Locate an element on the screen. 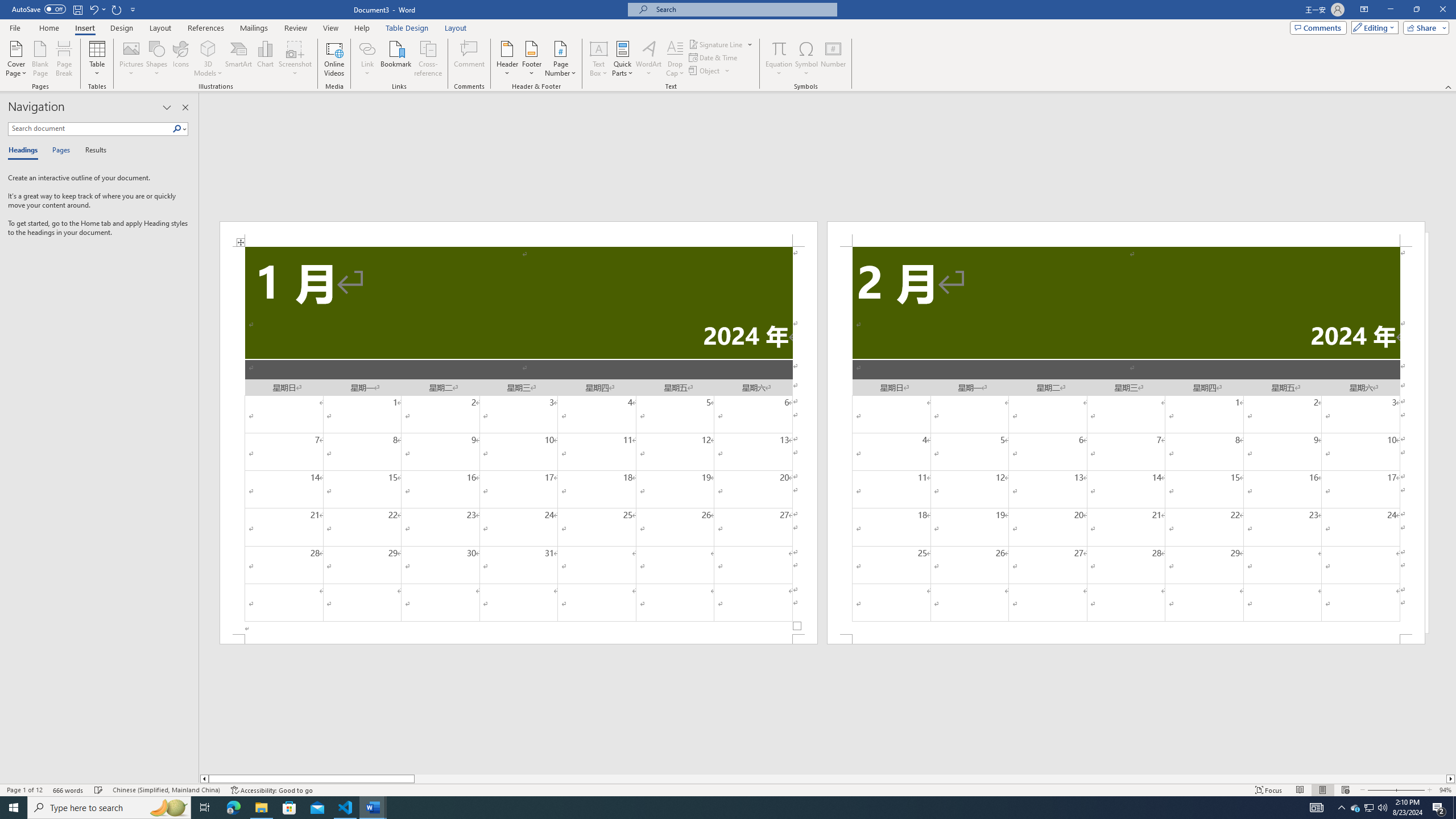  'Task Pane Options' is located at coordinates (167, 107).